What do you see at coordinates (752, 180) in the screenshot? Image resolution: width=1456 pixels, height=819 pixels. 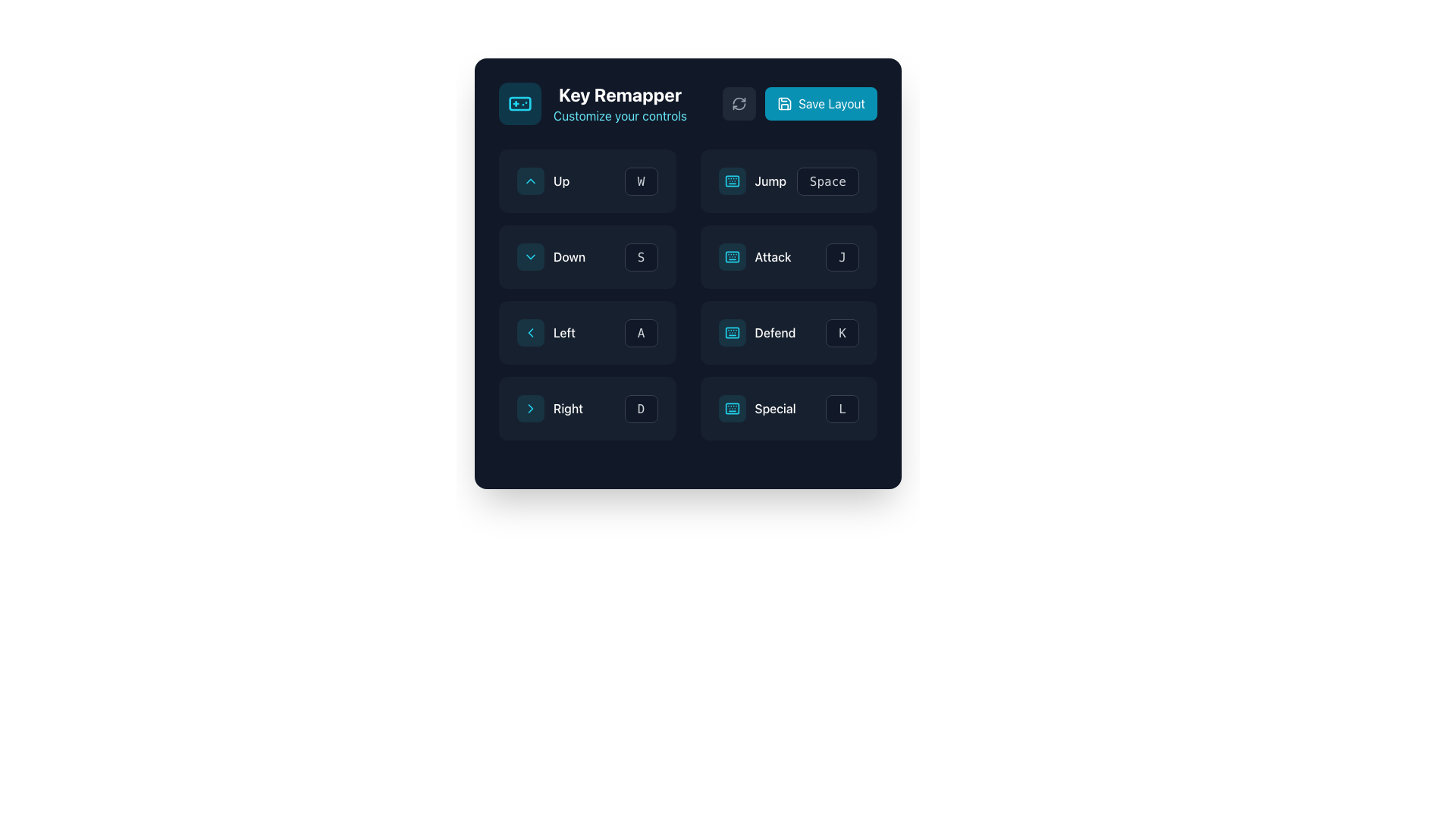 I see `the 'Jump' button, which features a cyan keyboard icon and white text, for visual feedback` at bounding box center [752, 180].